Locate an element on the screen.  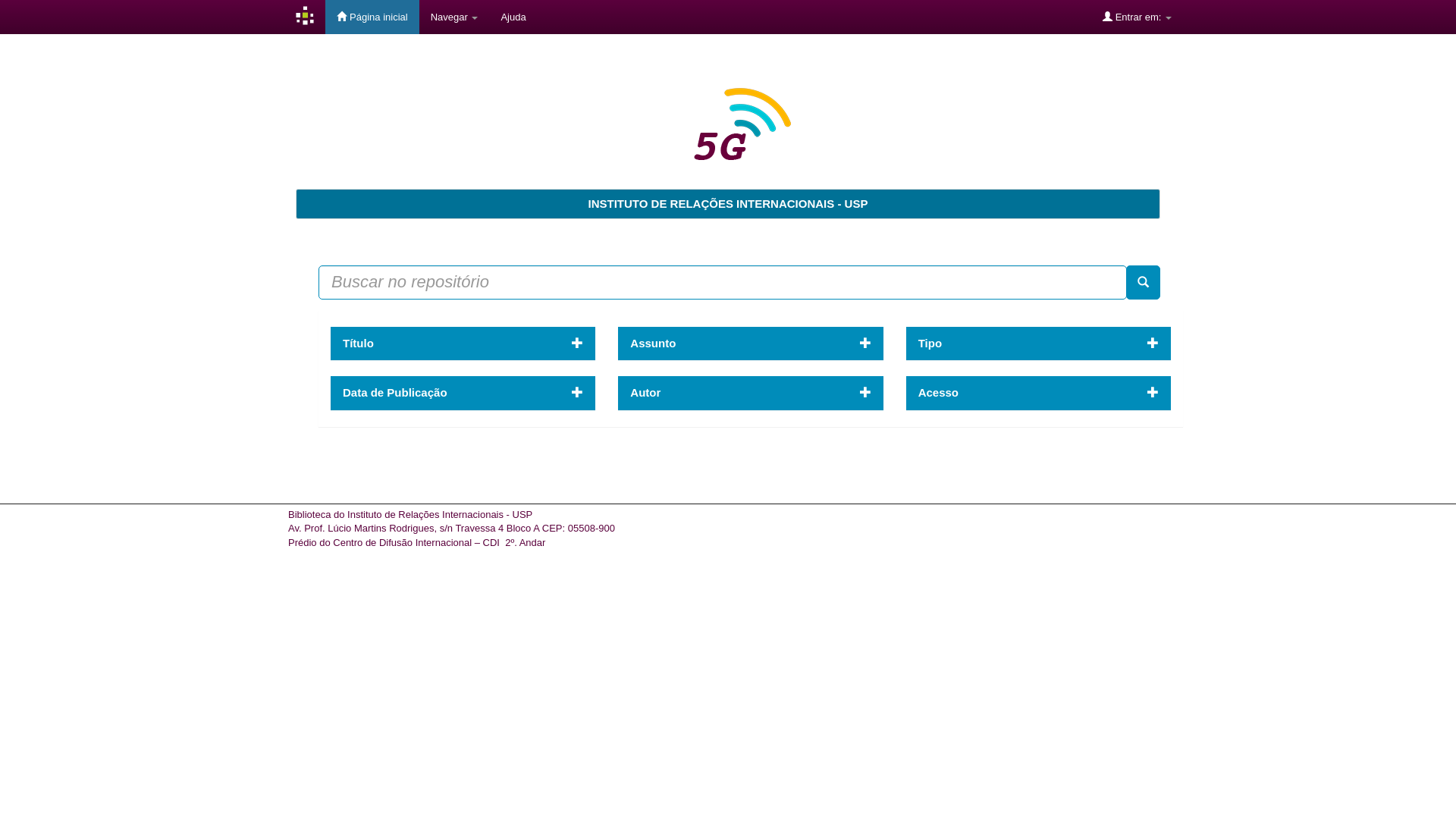
'Entrar em:' is located at coordinates (1137, 17).